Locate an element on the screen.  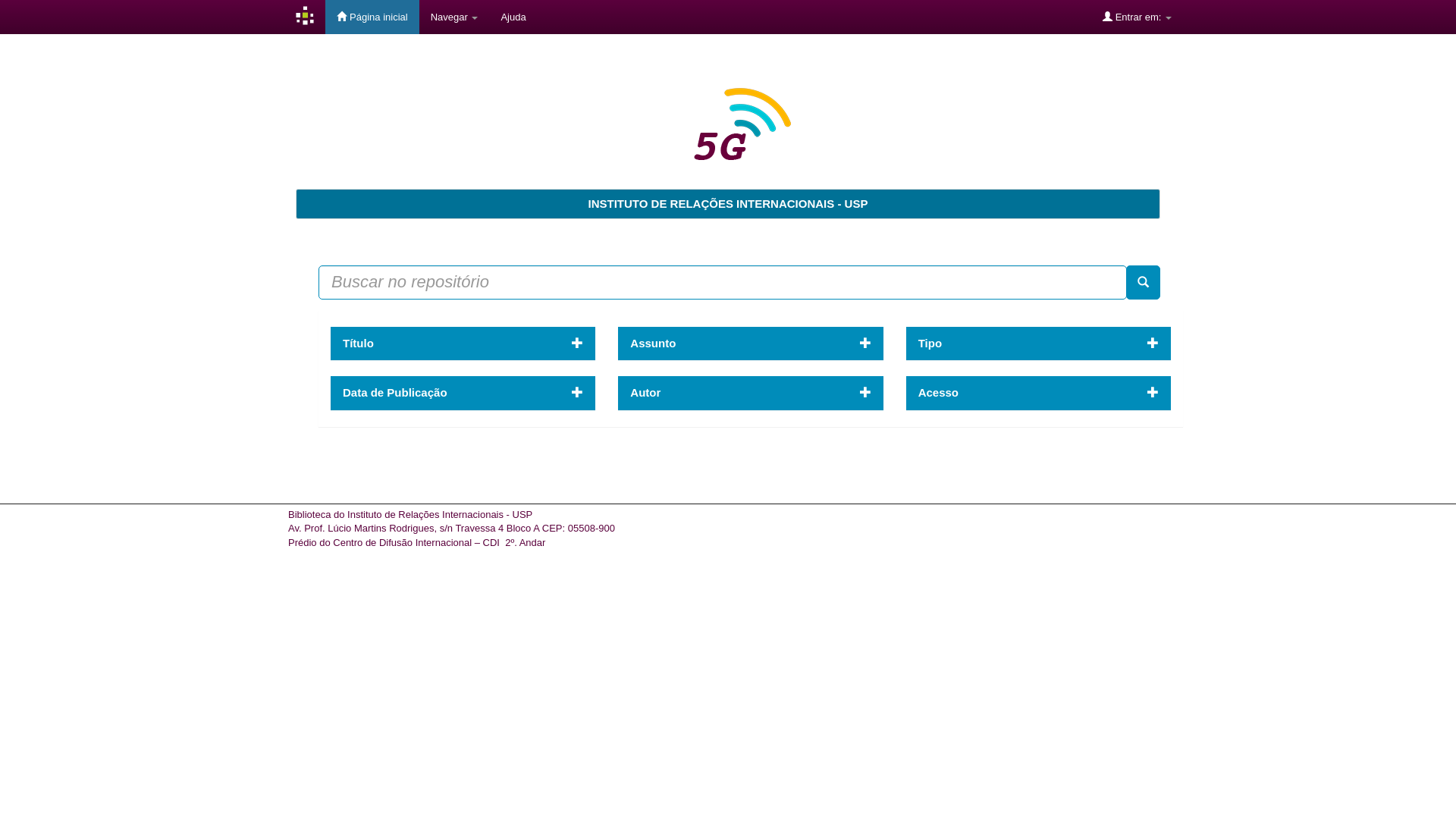
'Entrar em:' is located at coordinates (1137, 17).